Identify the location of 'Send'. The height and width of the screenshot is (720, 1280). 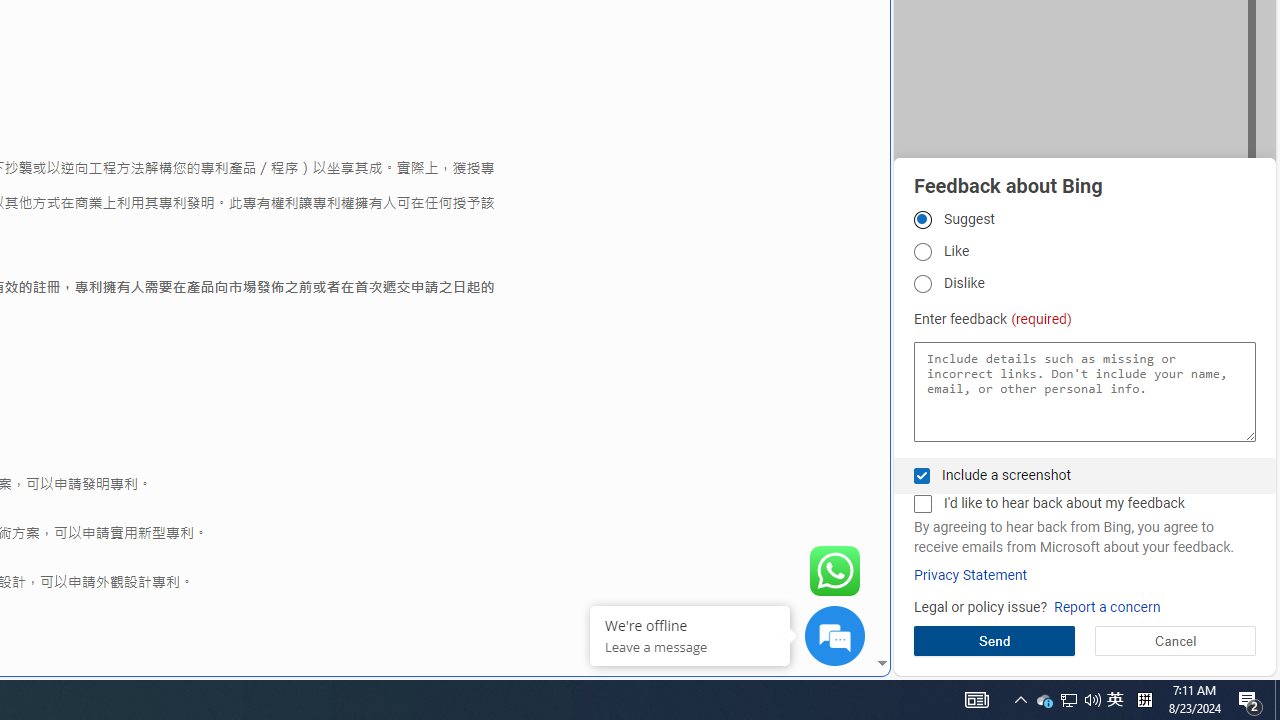
(994, 640).